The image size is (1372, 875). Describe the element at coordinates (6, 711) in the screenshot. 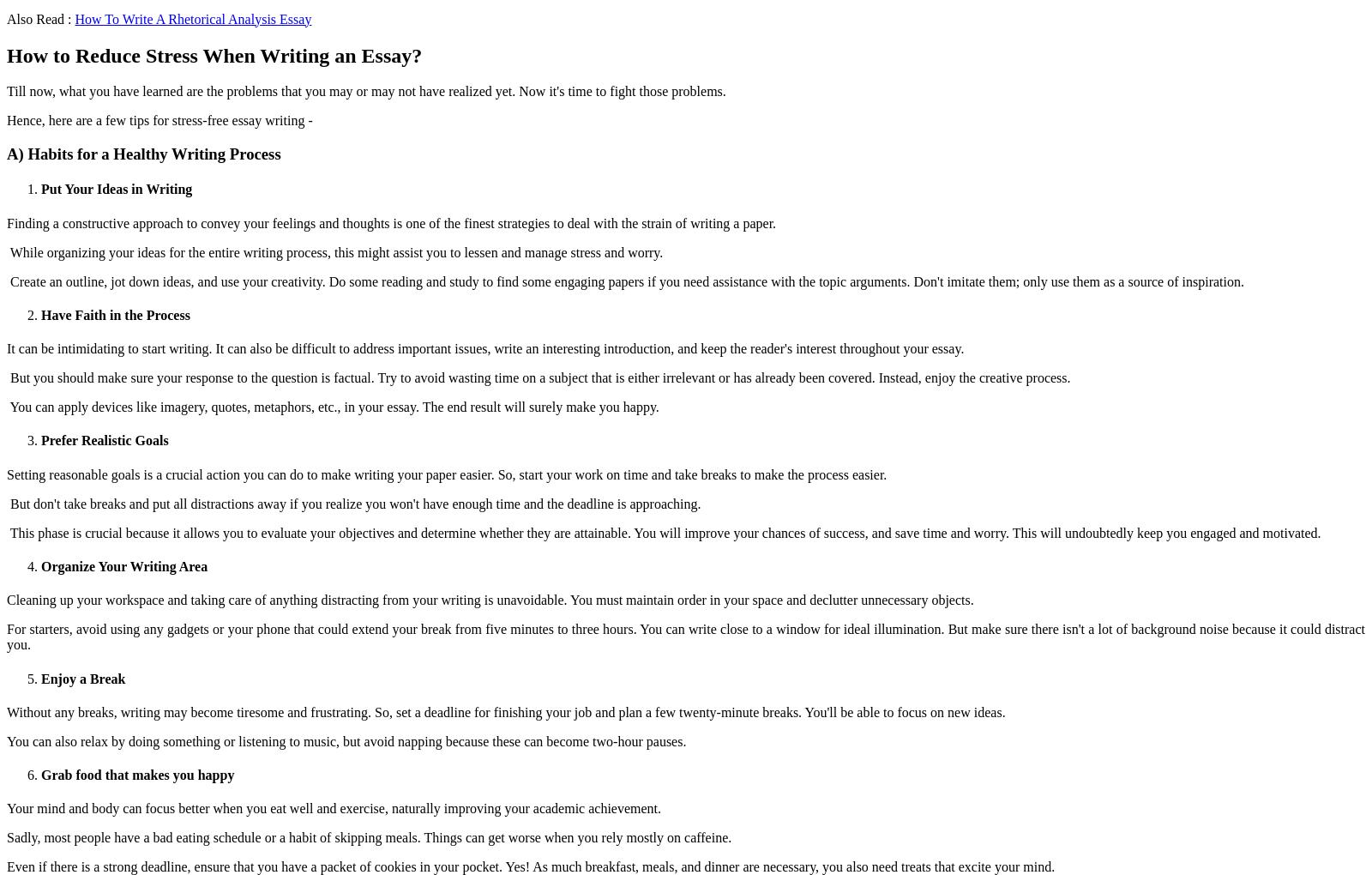

I see `'Without any breaks, writing may become tiresome and frustrating. So, set a deadline for finishing your job and plan a few twenty-minute breaks. You'll be able to focus on new ideas.'` at that location.